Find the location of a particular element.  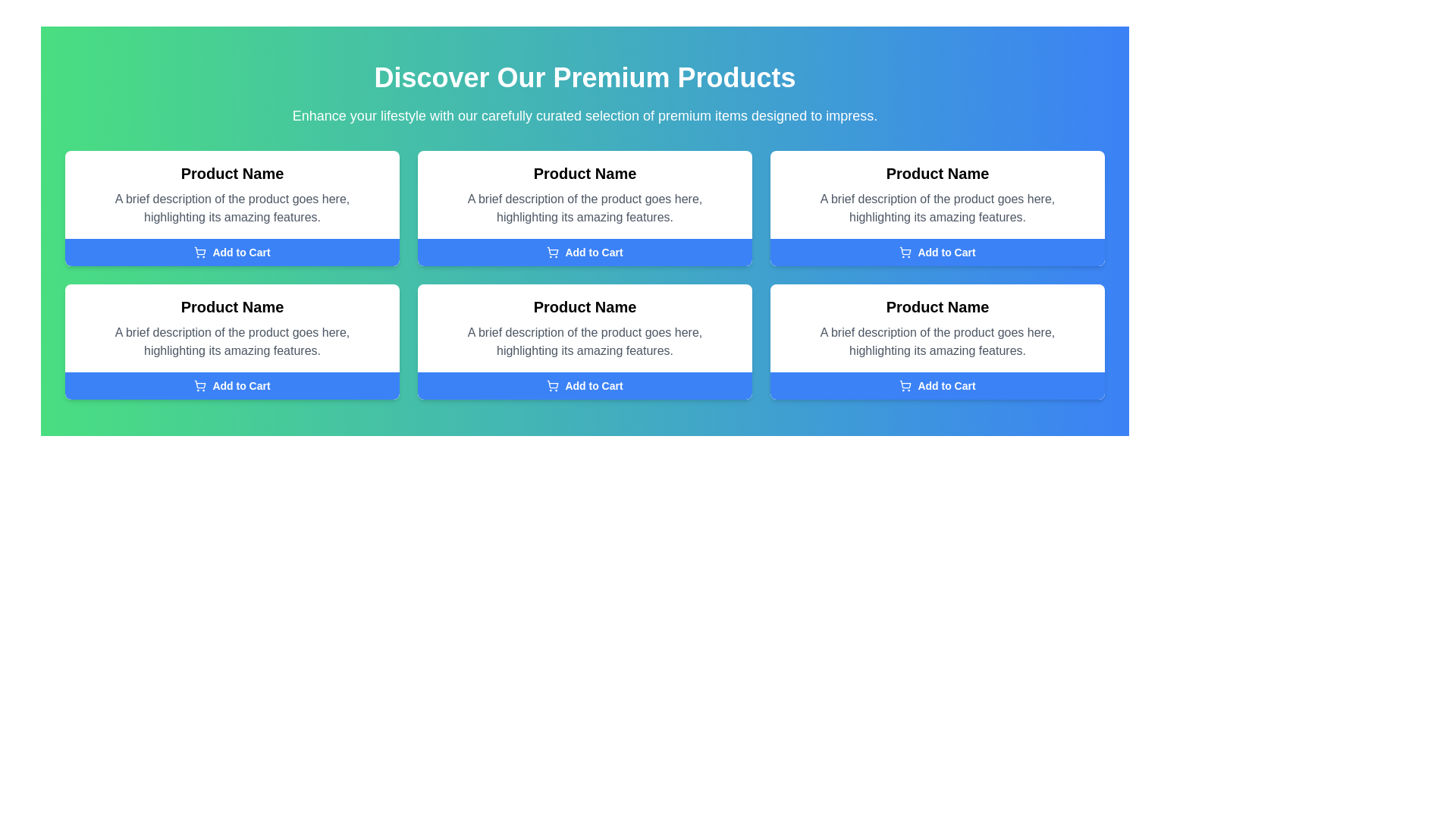

the text element displaying 'Product Name' located at the top of the second card in the top row of a grid layout is located at coordinates (937, 172).